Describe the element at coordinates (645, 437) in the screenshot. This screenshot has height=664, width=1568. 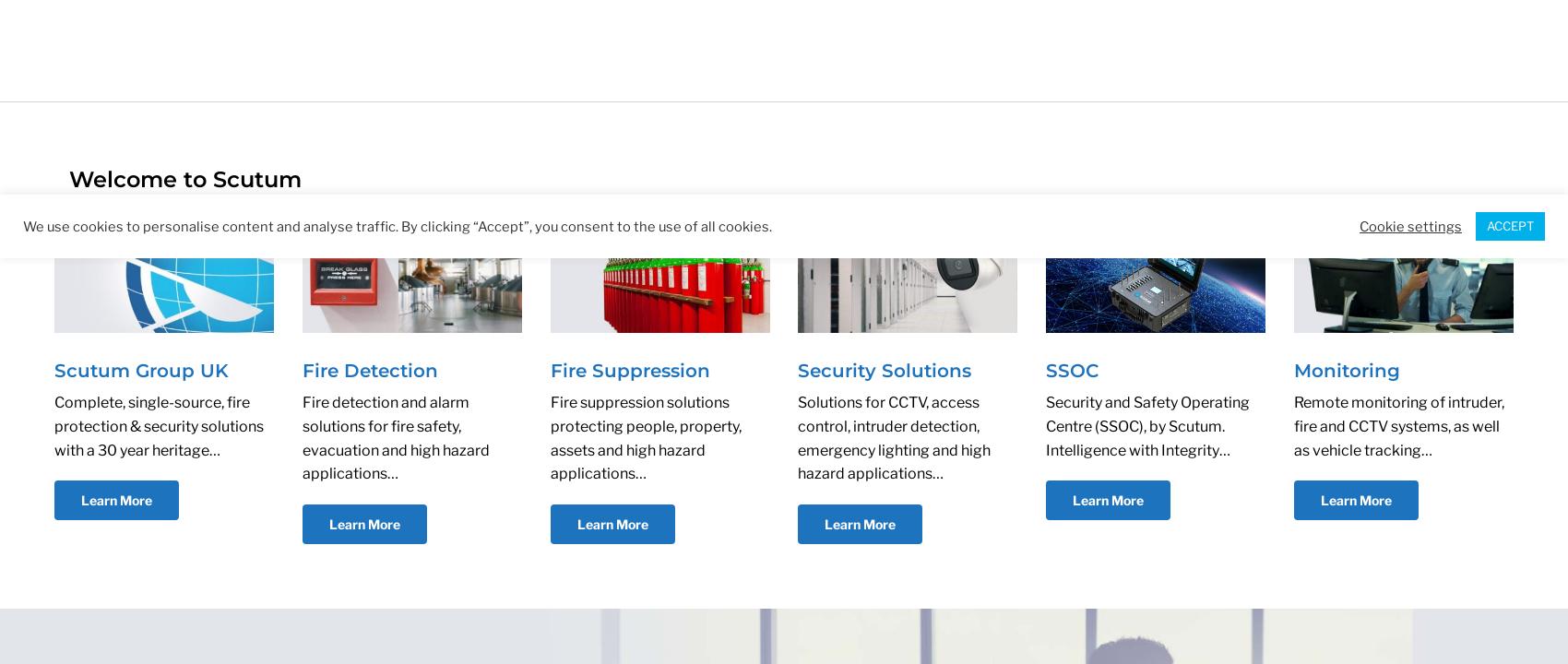
I see `'Fire suppression solutions protecting people, property, assets and high hazard applications…'` at that location.